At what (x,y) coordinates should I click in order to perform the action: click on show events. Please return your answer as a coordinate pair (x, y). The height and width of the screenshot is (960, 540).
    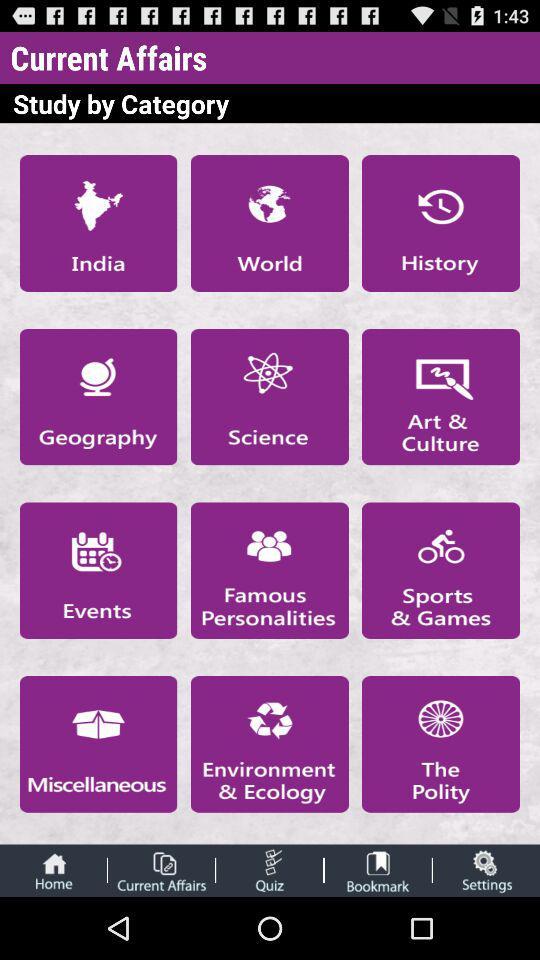
    Looking at the image, I should click on (97, 570).